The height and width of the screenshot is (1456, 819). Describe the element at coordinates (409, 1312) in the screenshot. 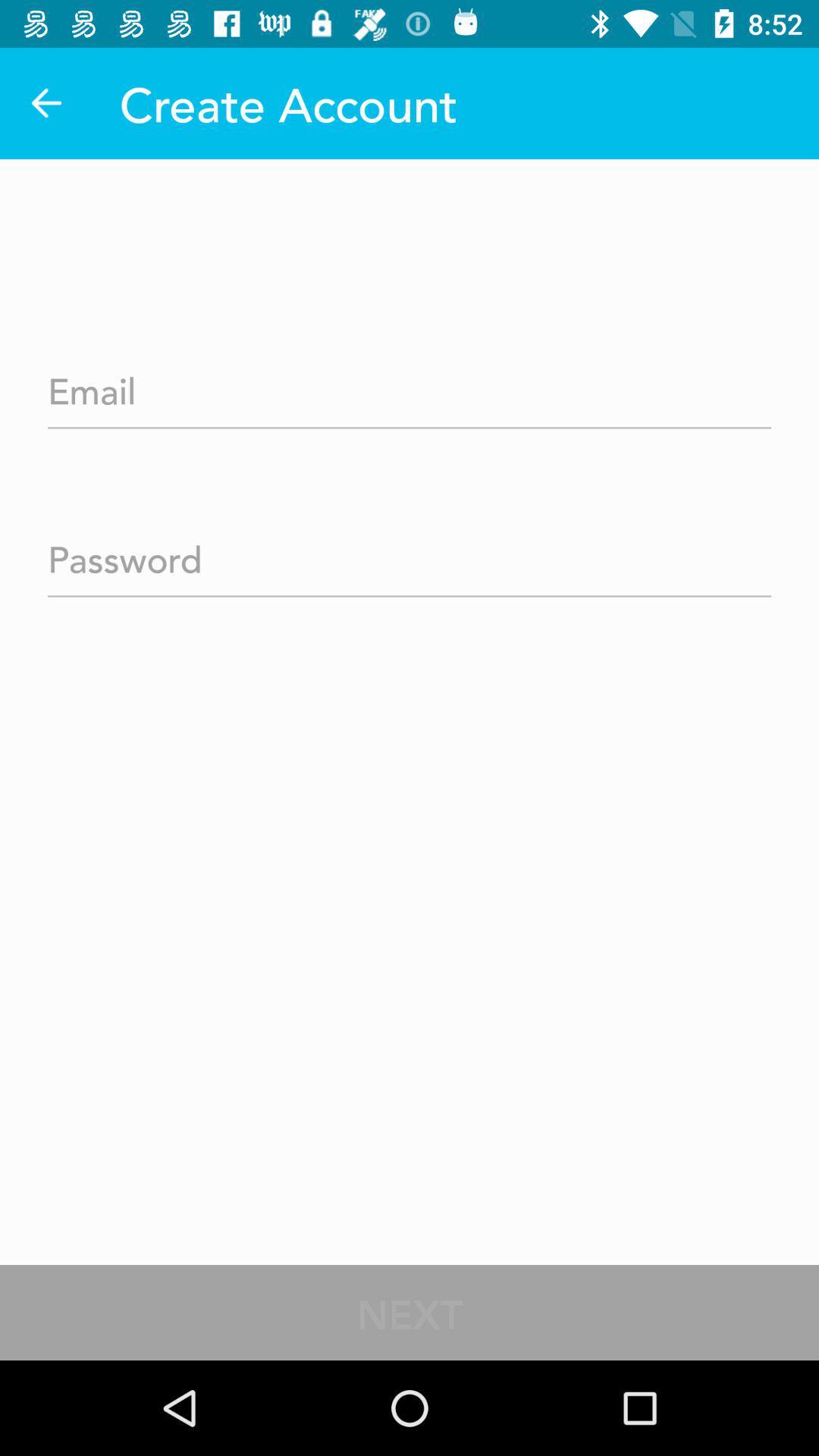

I see `the next icon` at that location.